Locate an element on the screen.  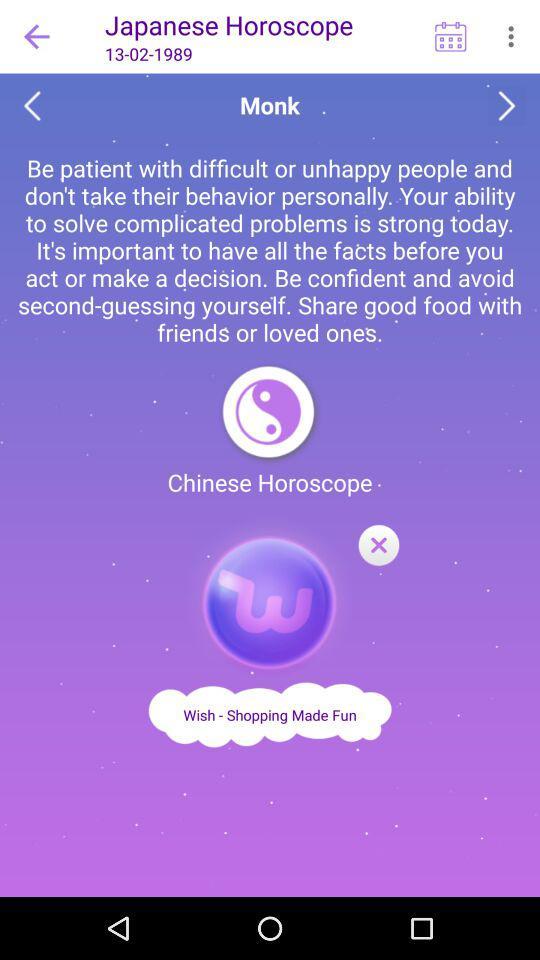
link to wish is located at coordinates (270, 714).